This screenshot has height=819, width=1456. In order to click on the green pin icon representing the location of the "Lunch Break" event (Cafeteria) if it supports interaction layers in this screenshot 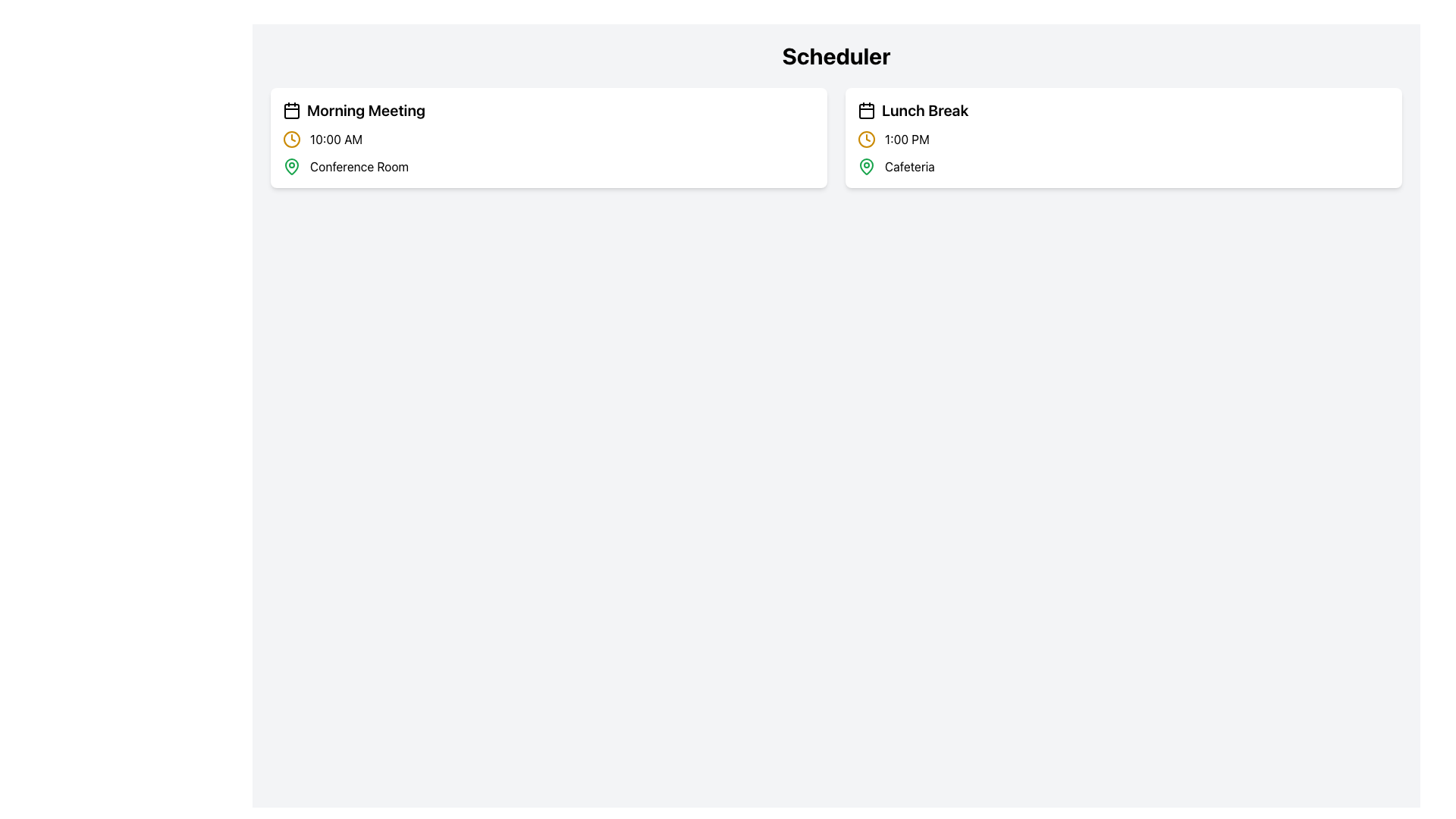, I will do `click(866, 166)`.